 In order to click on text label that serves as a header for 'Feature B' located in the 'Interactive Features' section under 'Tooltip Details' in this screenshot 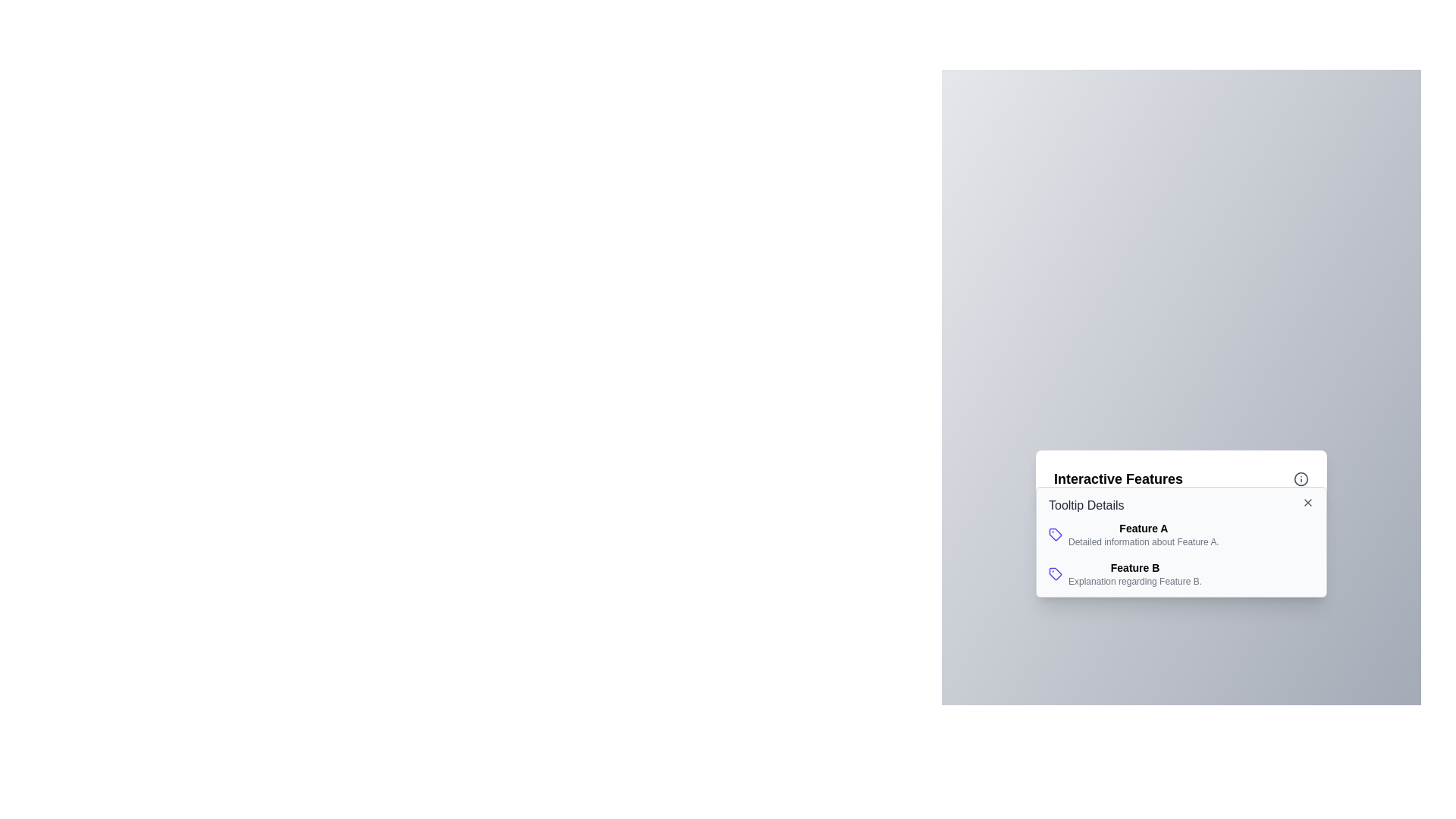, I will do `click(1135, 567)`.